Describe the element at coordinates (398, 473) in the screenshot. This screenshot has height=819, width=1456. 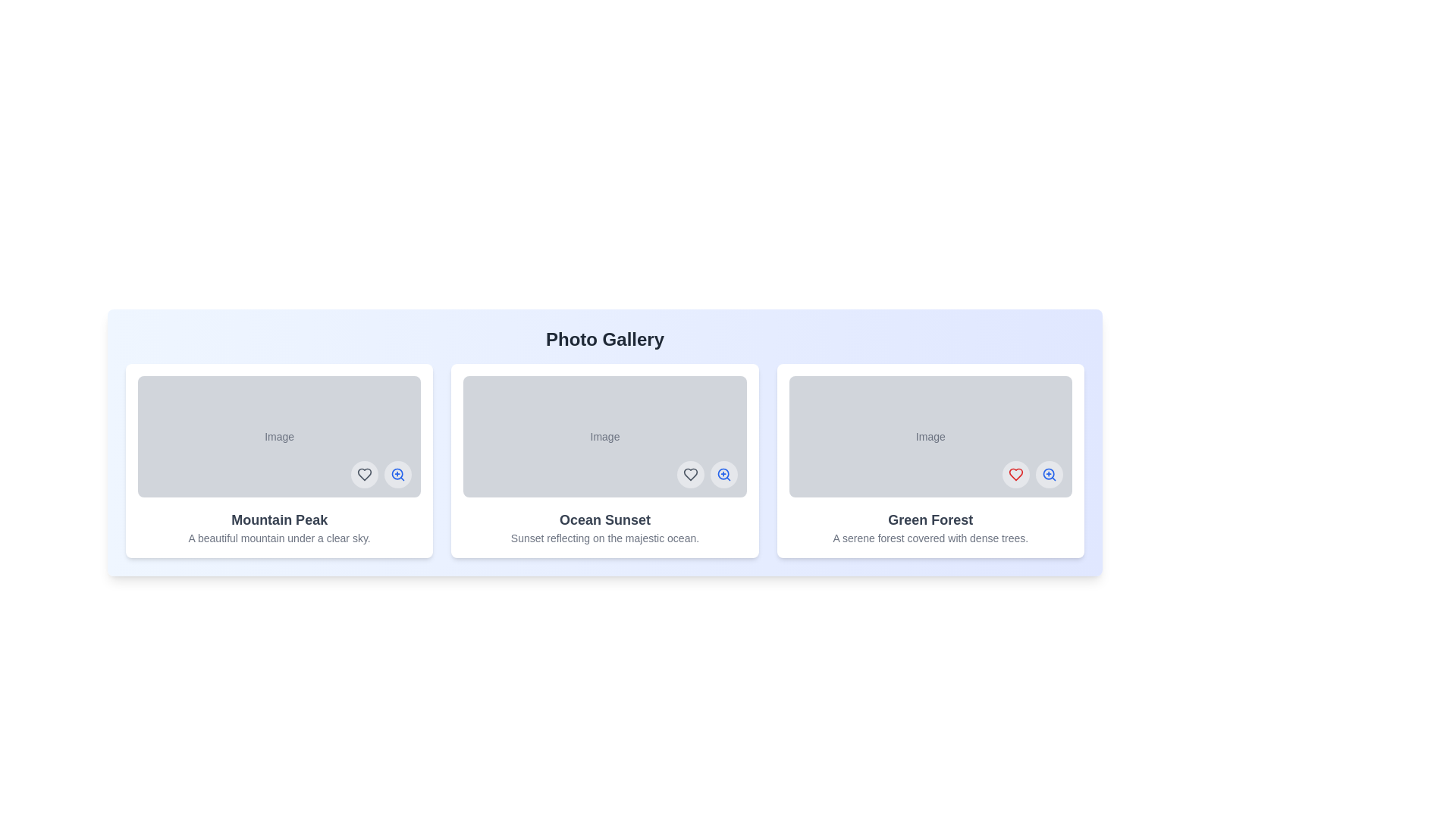
I see `zoom button on the image titled Mountain Peak` at that location.